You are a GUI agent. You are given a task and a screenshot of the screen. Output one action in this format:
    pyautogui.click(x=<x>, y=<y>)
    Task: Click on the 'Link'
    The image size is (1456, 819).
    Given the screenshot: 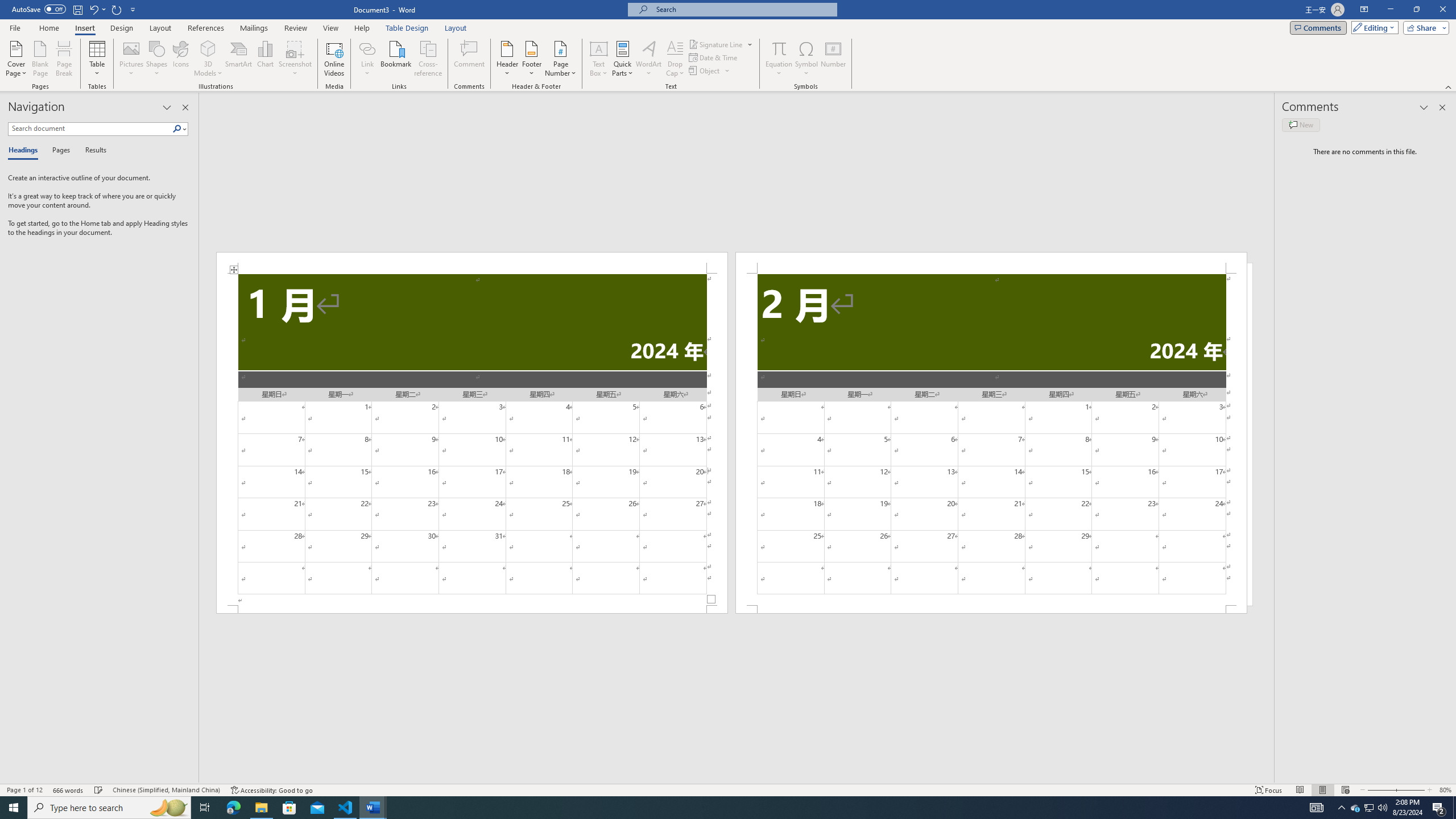 What is the action you would take?
    pyautogui.click(x=367, y=59)
    